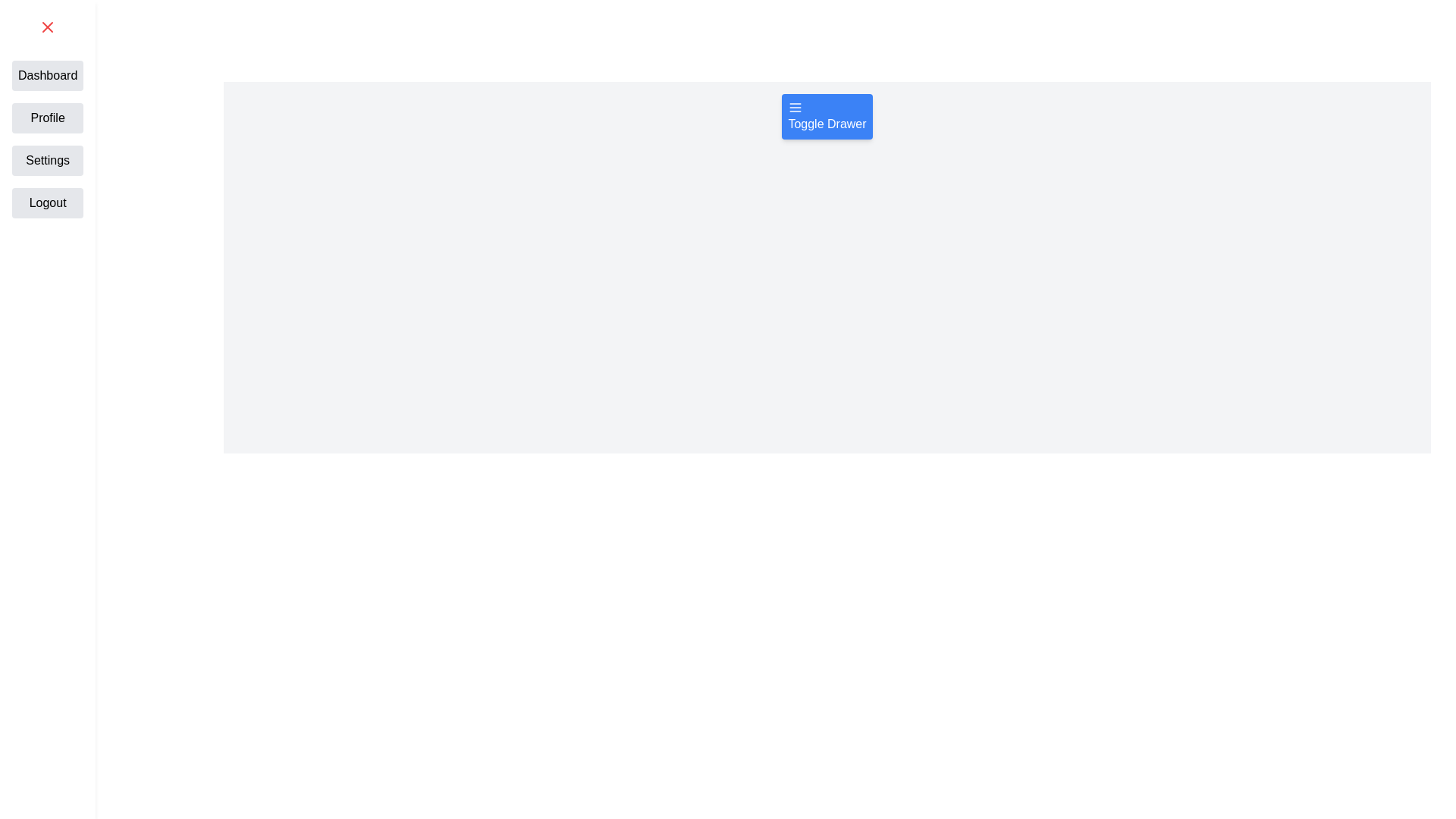 Image resolution: width=1456 pixels, height=819 pixels. What do you see at coordinates (47, 117) in the screenshot?
I see `the button labeled Profile` at bounding box center [47, 117].